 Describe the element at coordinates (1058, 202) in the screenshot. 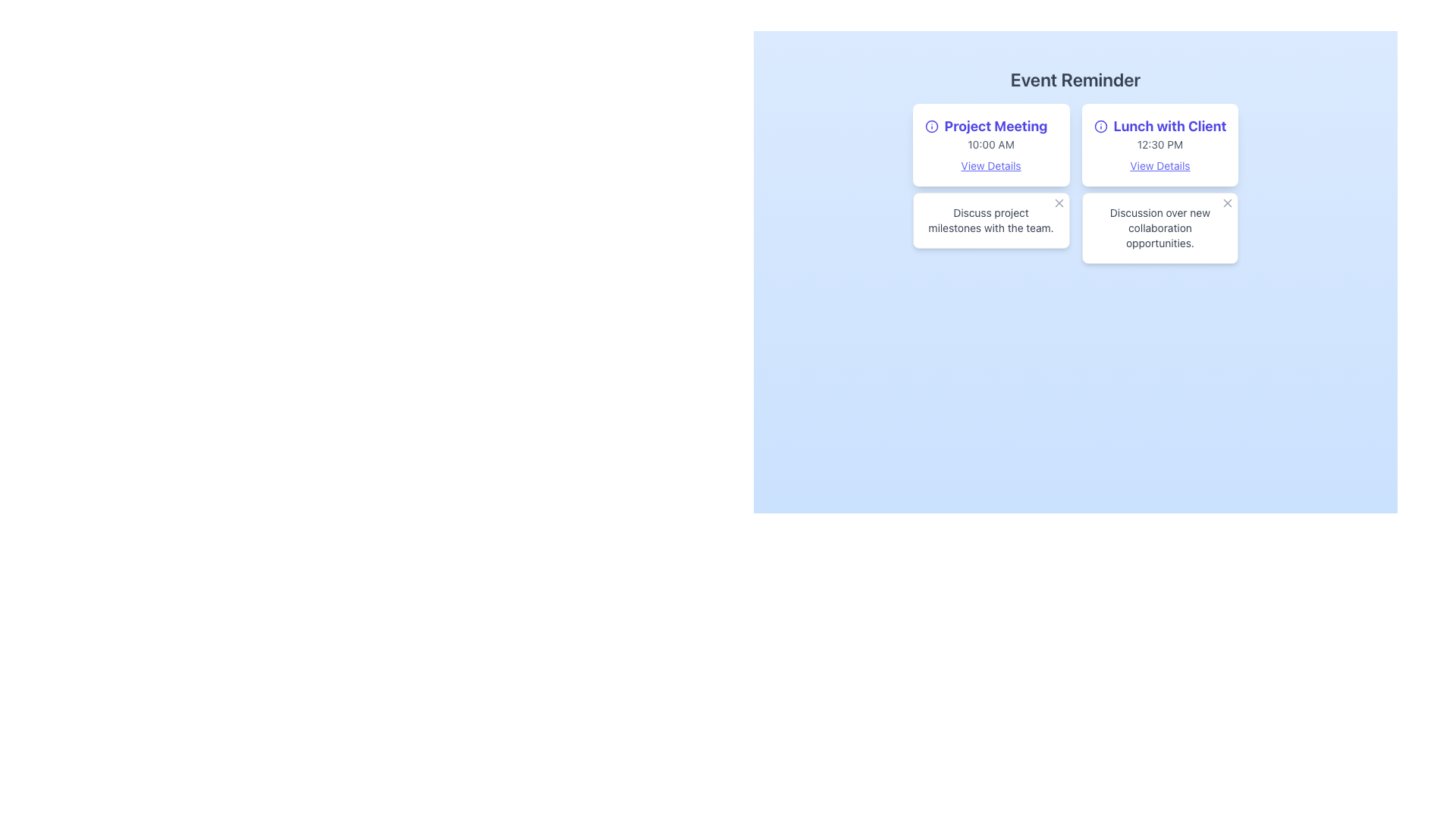

I see `the Close button icon located at the top-right corner of the second rectangular content box under 'Event Reminder'` at that location.